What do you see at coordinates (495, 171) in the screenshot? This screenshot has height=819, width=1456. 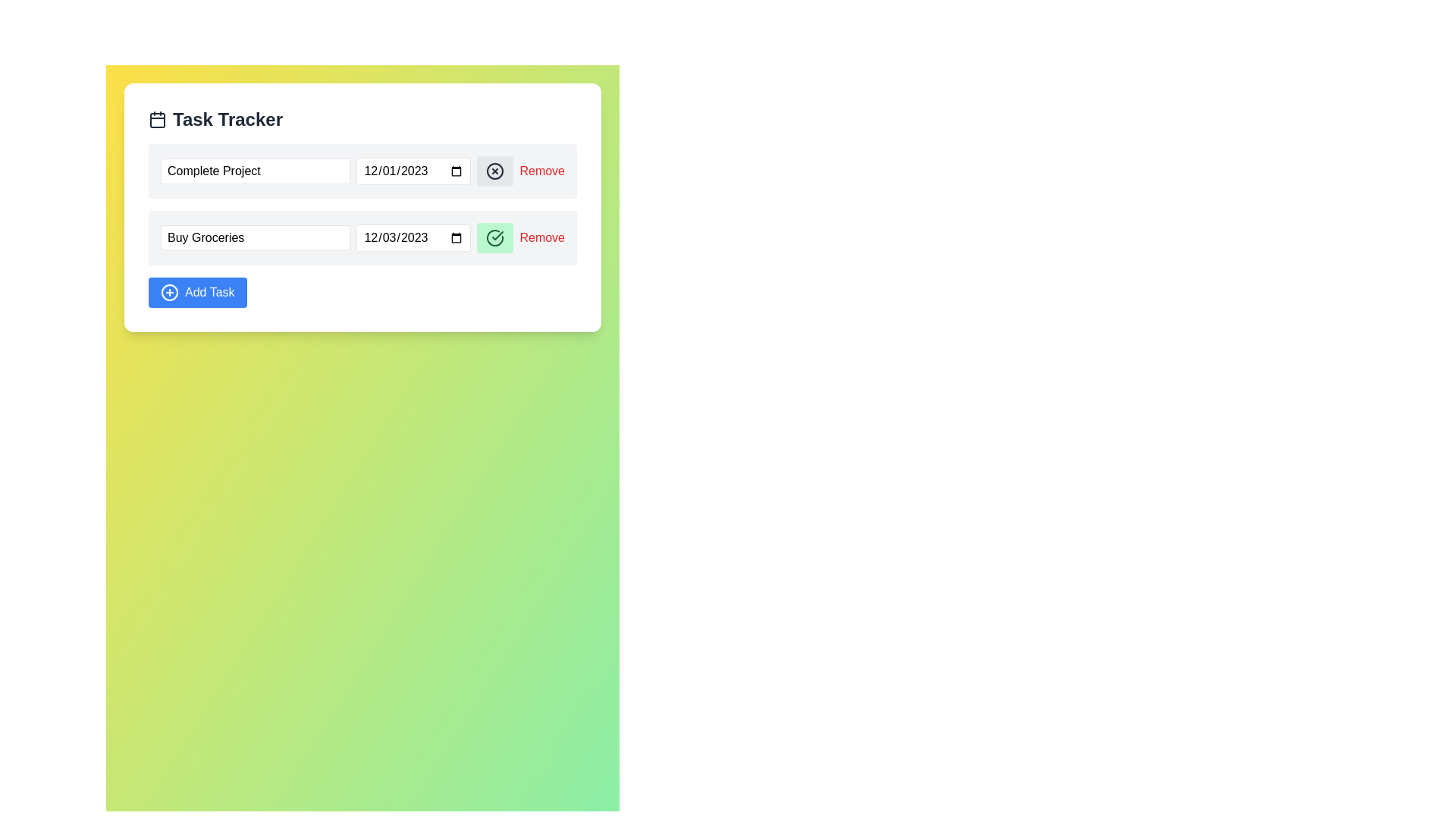 I see `the close or cancel icon button located within the first task entry of the task tracker, positioned between the date picker and the 'Remove' button` at bounding box center [495, 171].